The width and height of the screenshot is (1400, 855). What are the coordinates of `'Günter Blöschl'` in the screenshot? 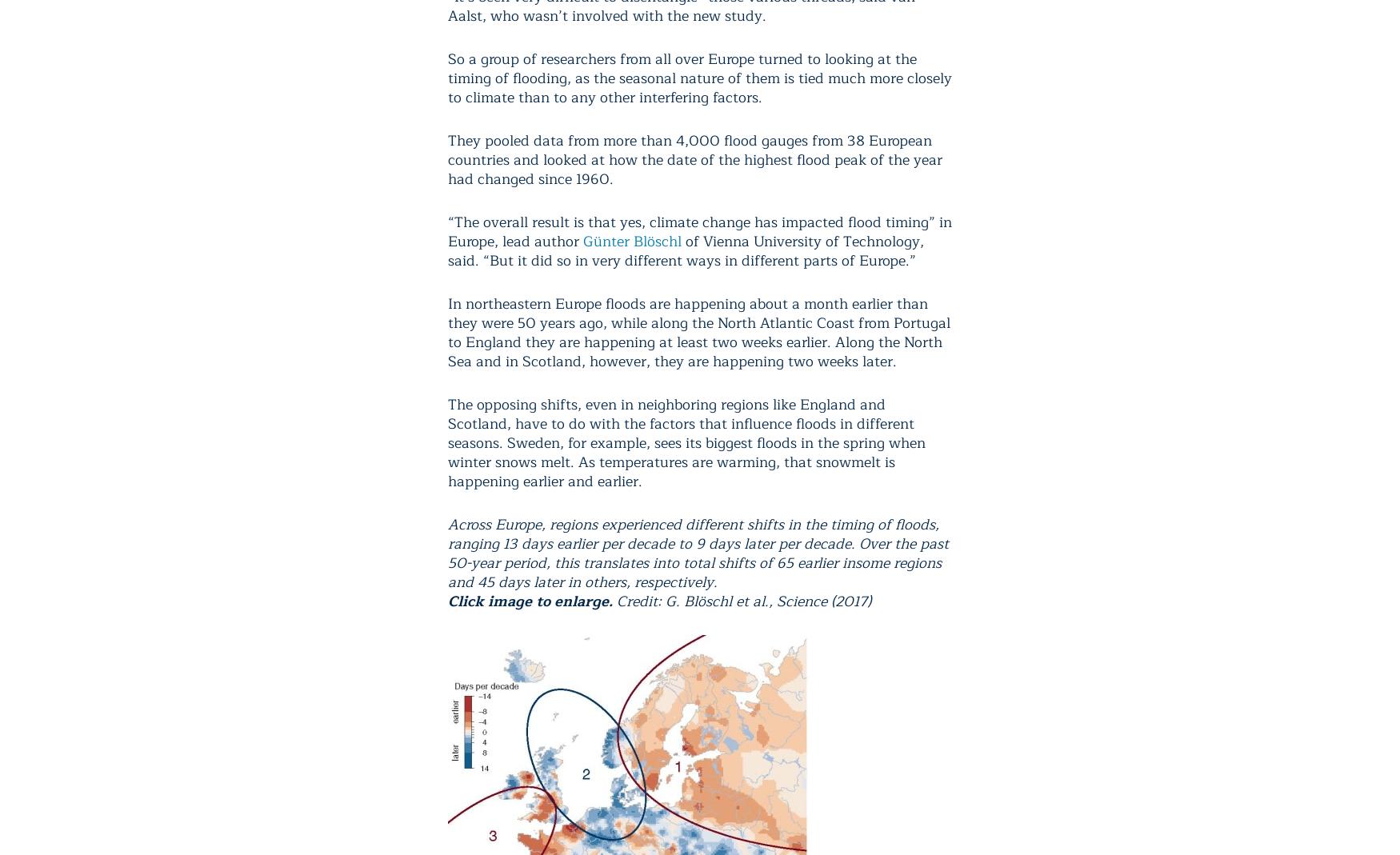 It's located at (631, 240).